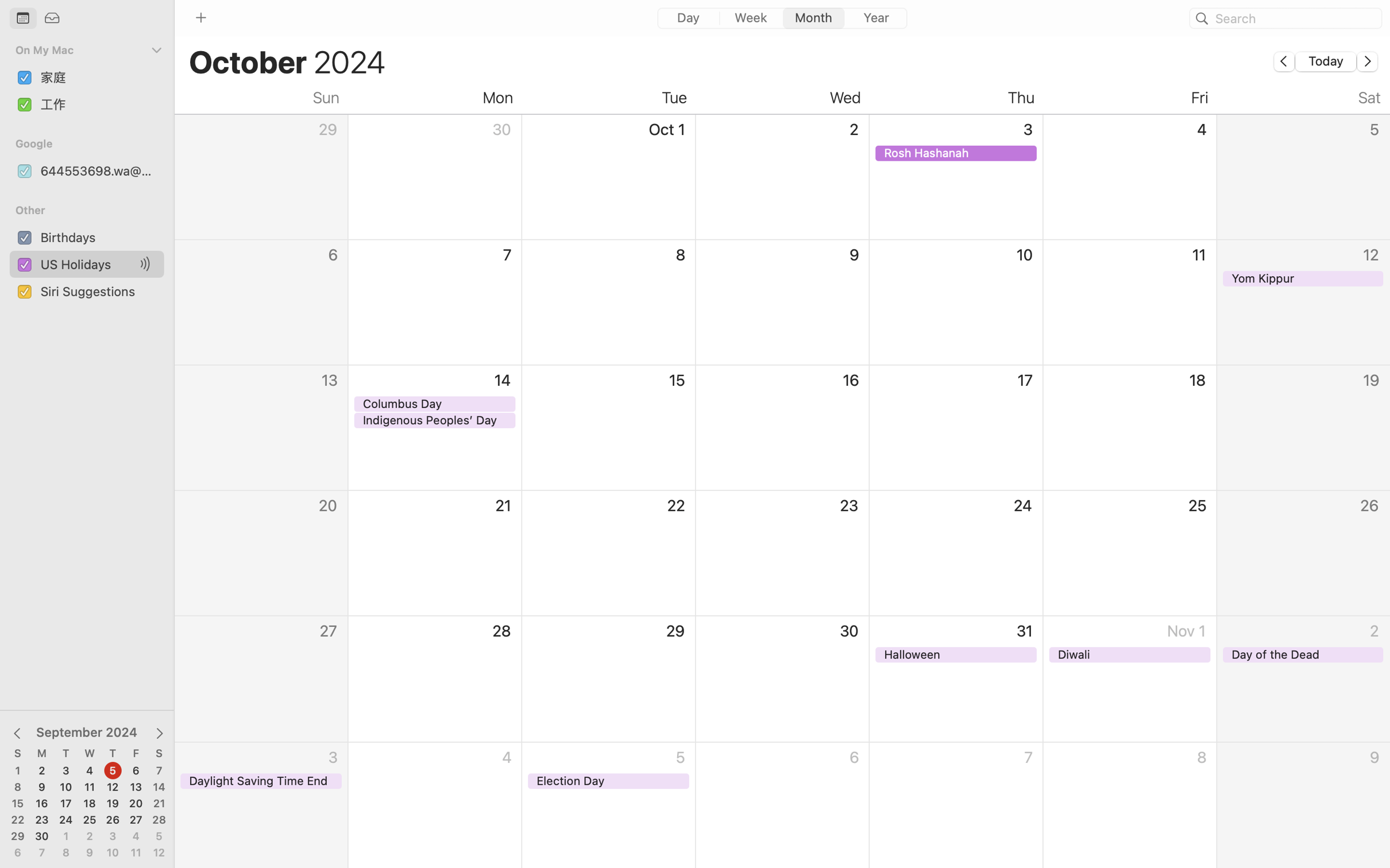  I want to click on 'On My Mac', so click(81, 50).